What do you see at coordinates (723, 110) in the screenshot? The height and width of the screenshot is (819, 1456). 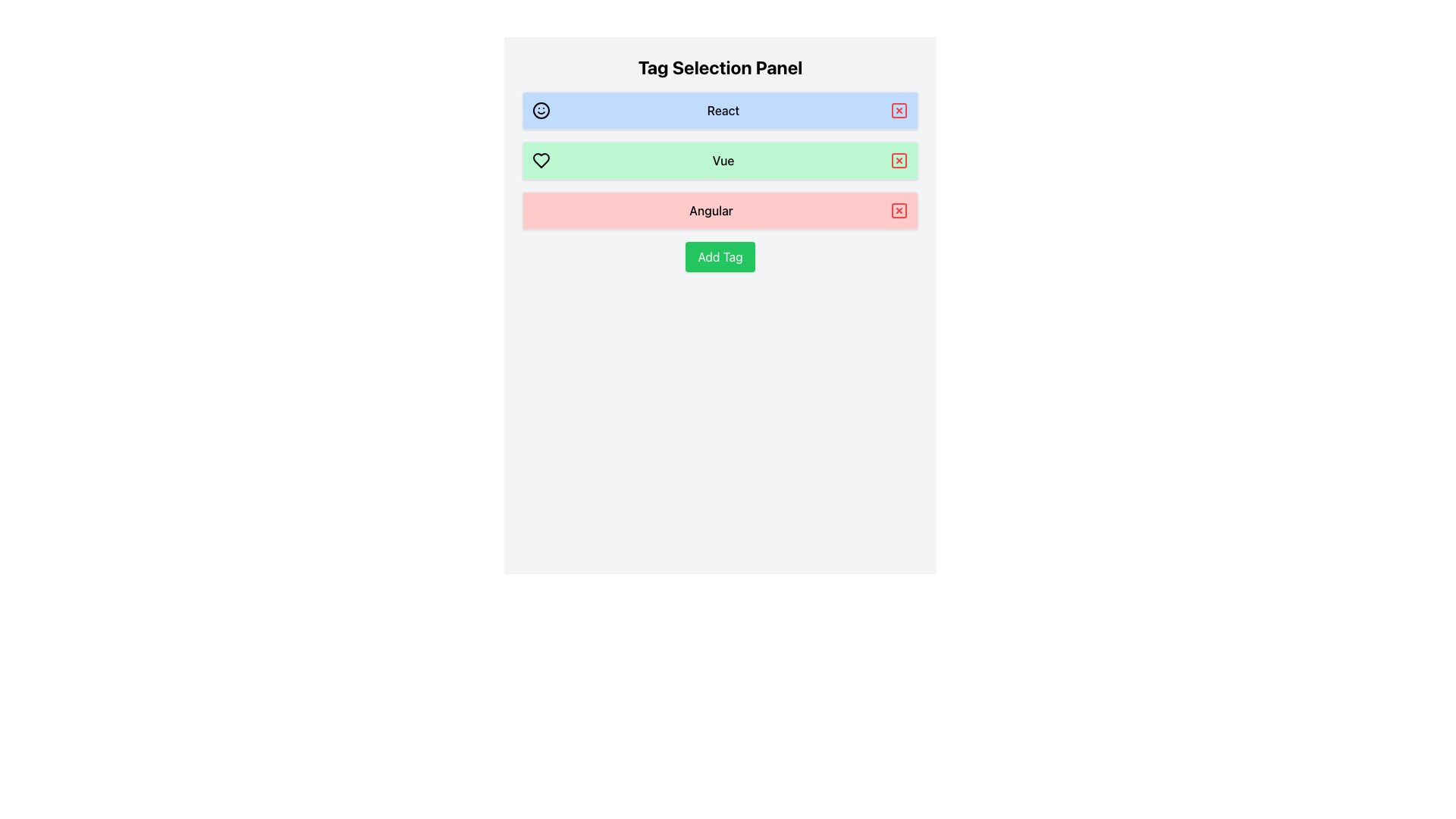 I see `the text label displaying 'React' in a bold, sans-serif font within the blue horizontal bar in the Tag Selection Panel` at bounding box center [723, 110].